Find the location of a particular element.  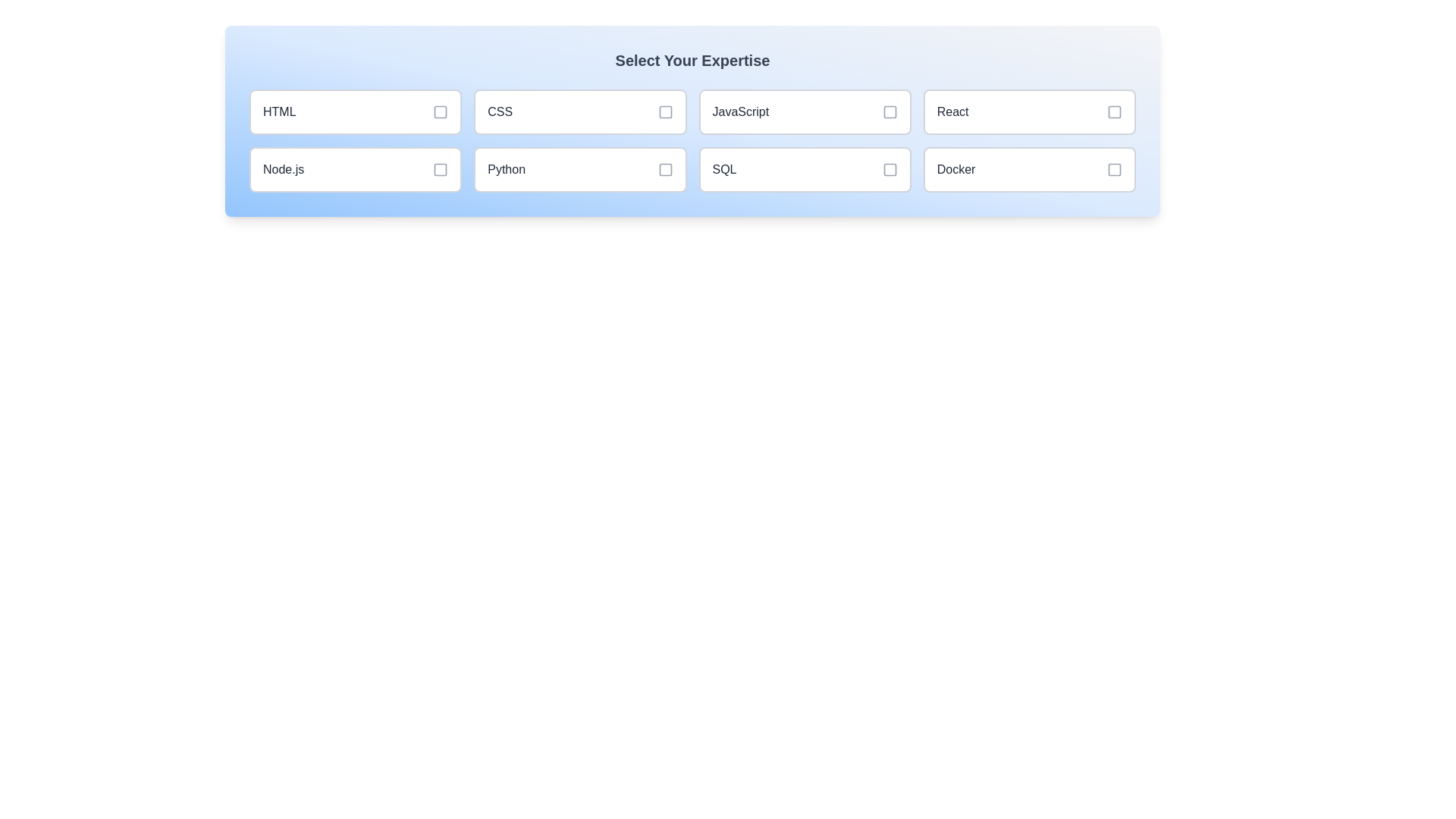

the skill item labeled HTML to toggle its selection state is located at coordinates (355, 111).